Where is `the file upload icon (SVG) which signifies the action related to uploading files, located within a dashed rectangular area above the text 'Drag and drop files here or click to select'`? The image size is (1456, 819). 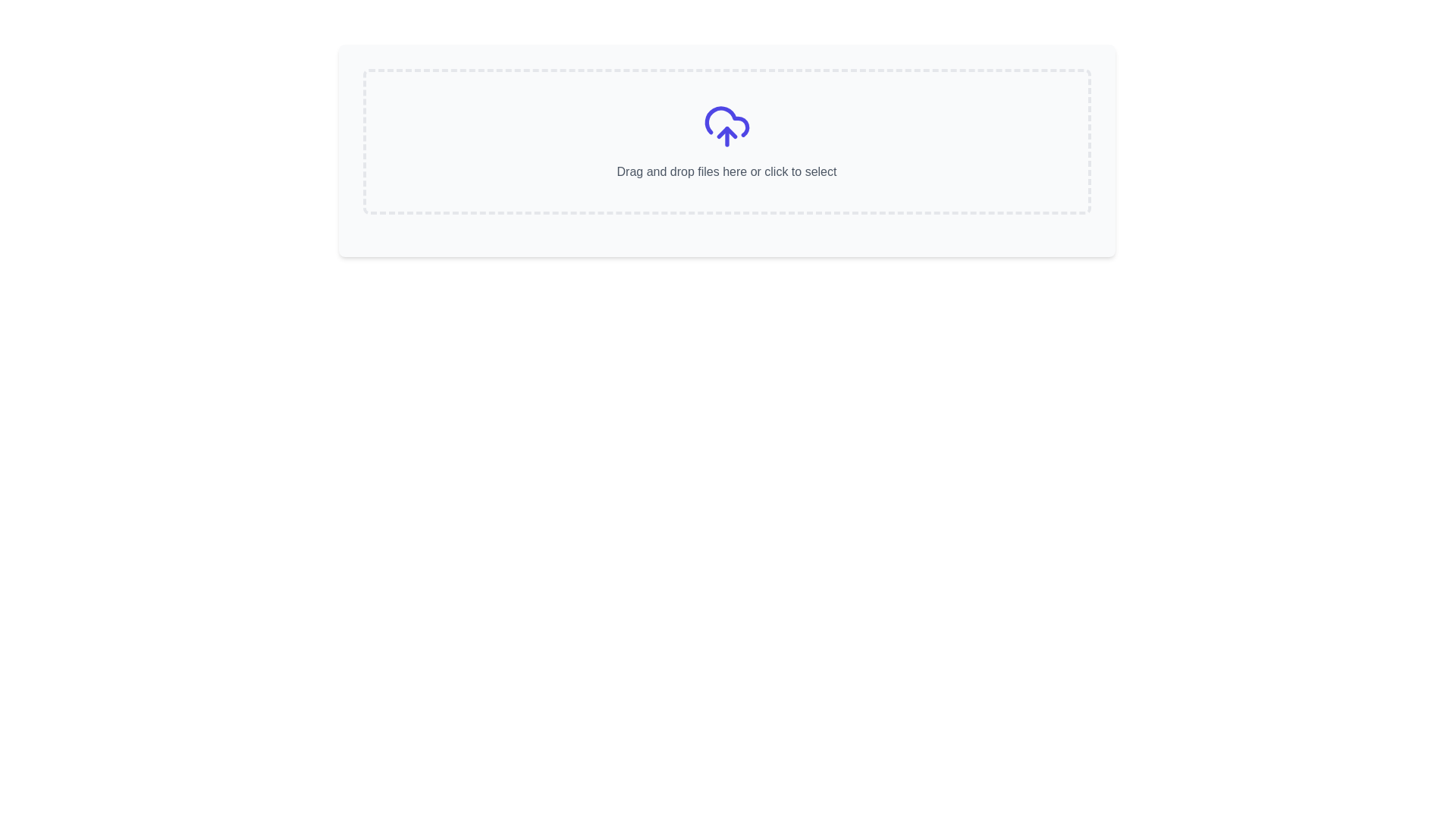 the file upload icon (SVG) which signifies the action related to uploading files, located within a dashed rectangular area above the text 'Drag and drop files here or click to select' is located at coordinates (726, 125).